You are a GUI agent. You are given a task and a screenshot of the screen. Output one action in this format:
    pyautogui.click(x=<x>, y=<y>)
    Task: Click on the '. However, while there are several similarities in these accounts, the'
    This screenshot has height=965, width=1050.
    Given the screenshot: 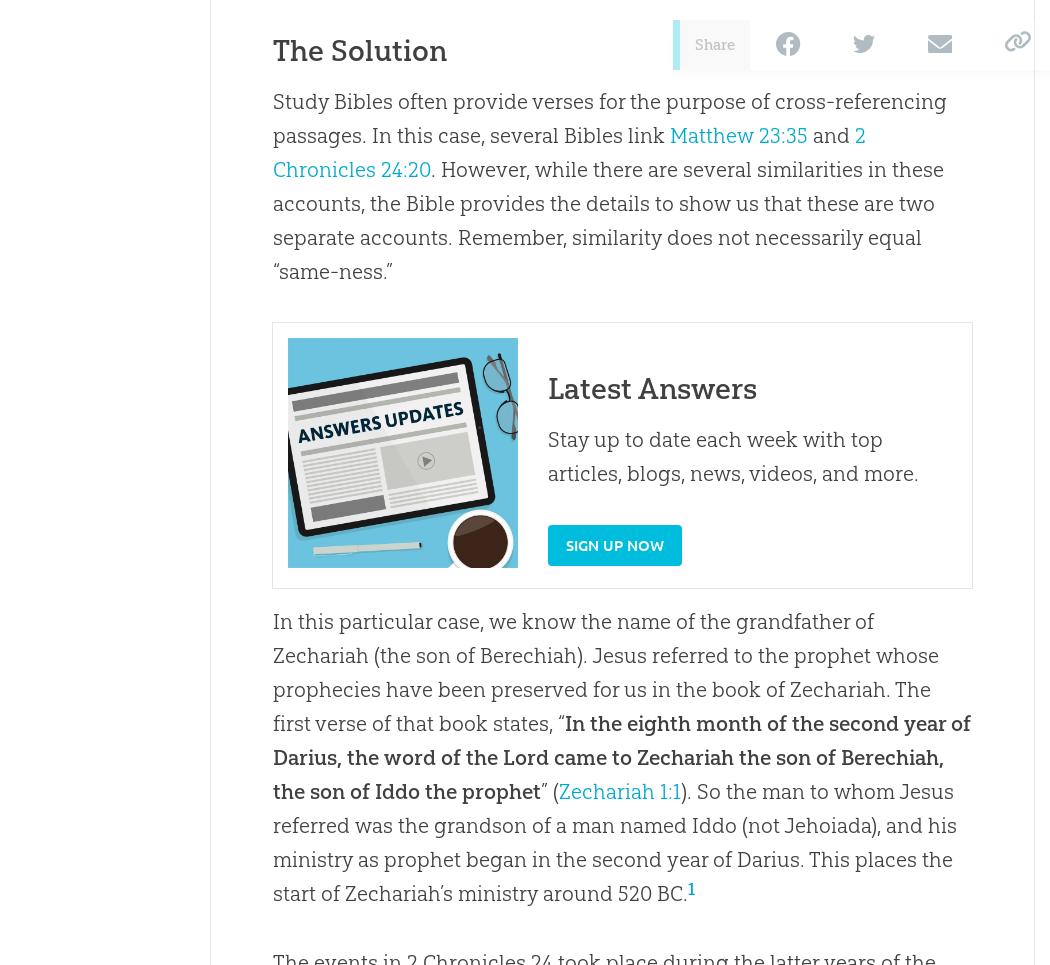 What is the action you would take?
    pyautogui.click(x=607, y=185)
    